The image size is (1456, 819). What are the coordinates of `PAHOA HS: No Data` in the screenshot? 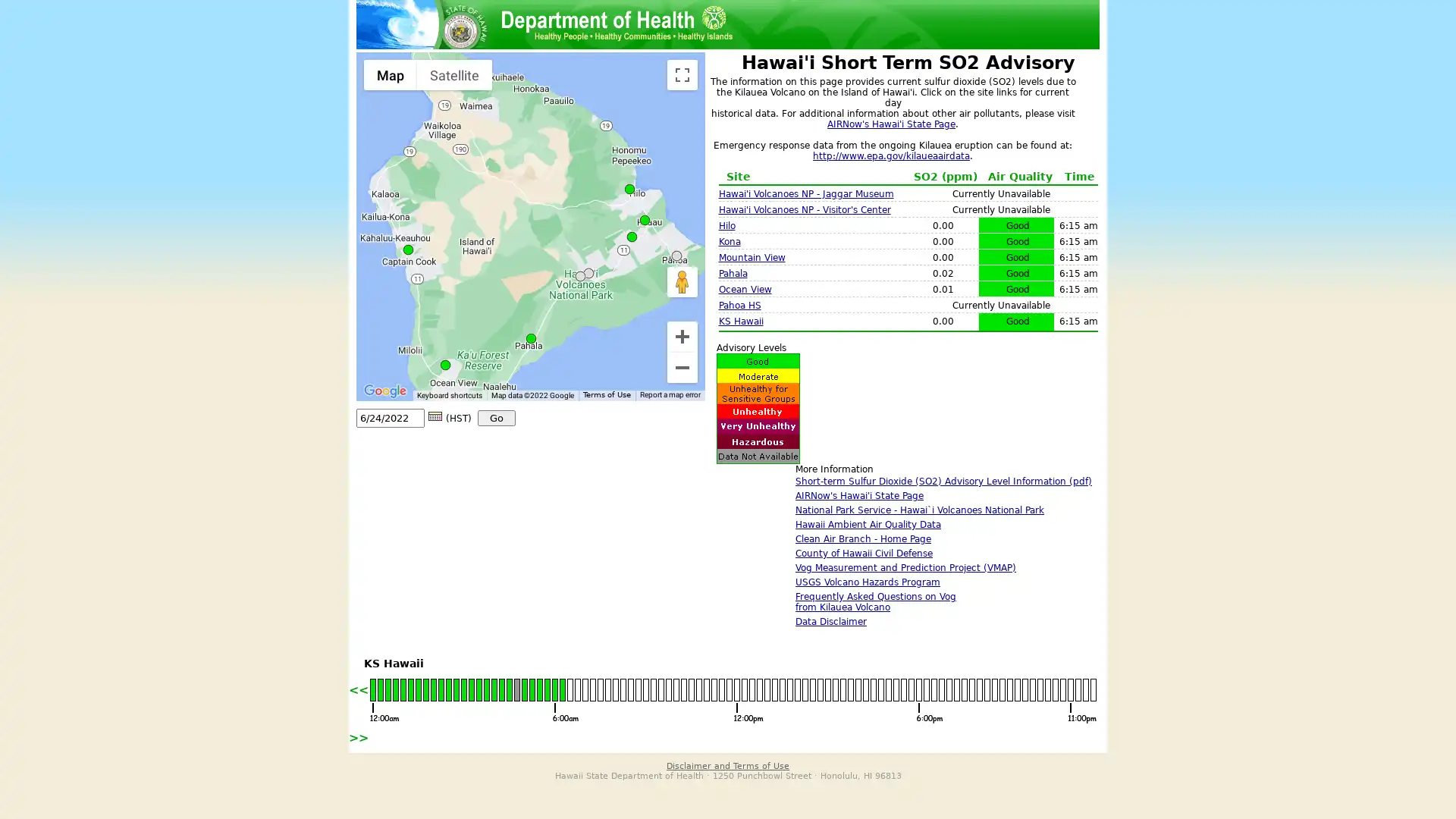 It's located at (676, 255).